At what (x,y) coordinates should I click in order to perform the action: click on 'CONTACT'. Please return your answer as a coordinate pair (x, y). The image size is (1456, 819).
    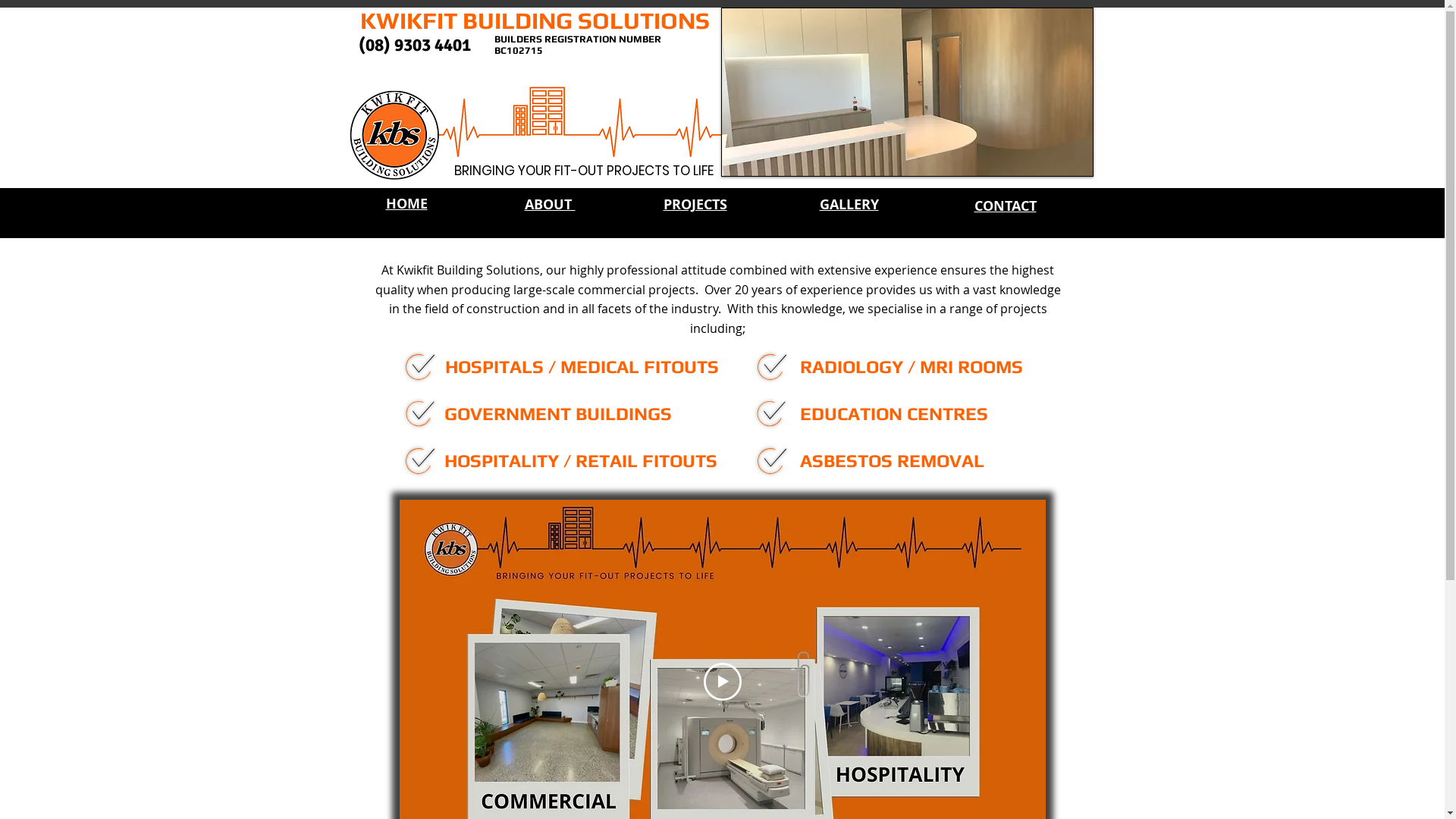
    Looking at the image, I should click on (973, 206).